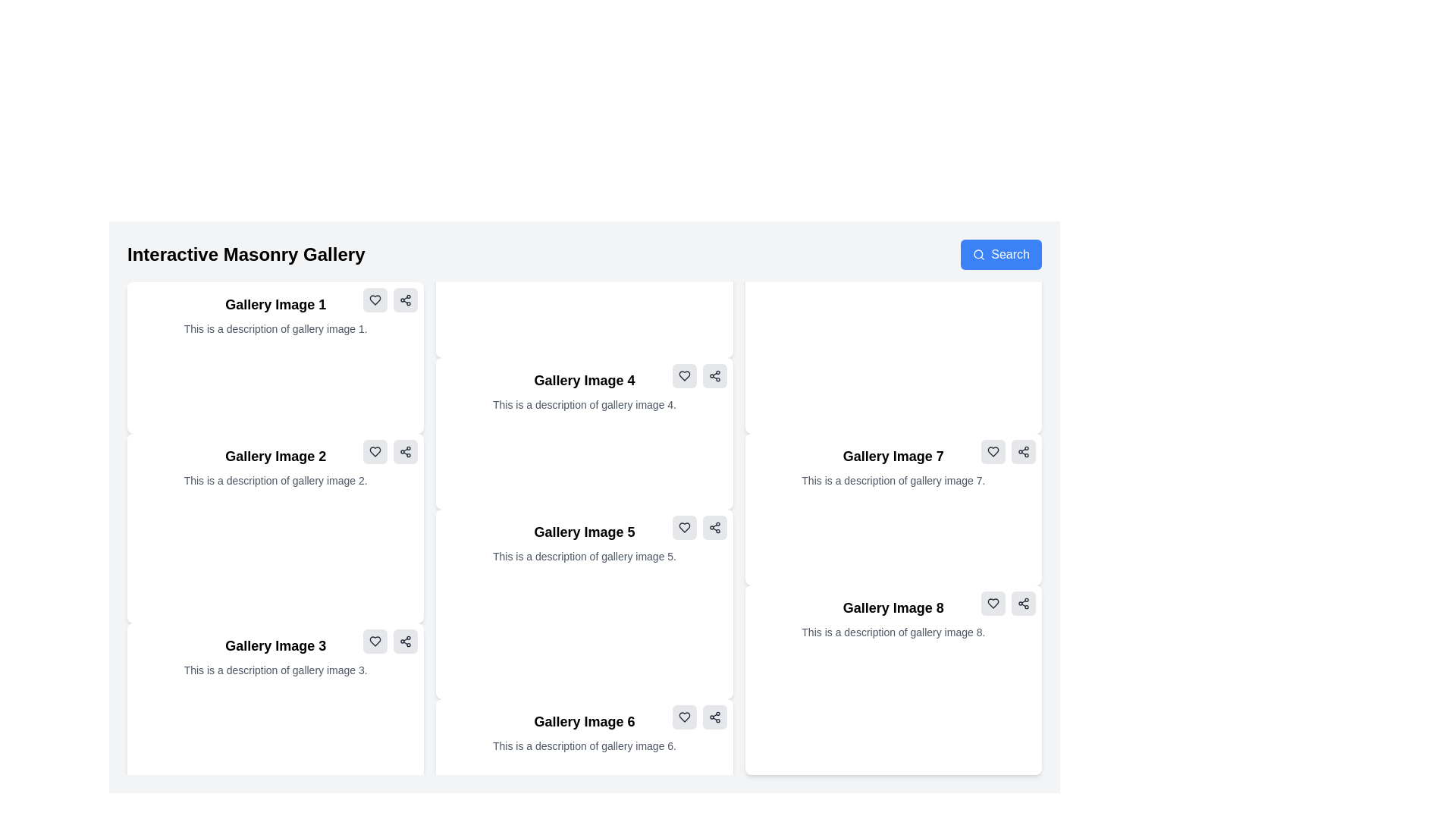  I want to click on the text block titled 'Gallery Image 4', which features a large bold title and a smaller muted gray description underneath, located in the central column of the gallery grid, so click(584, 391).